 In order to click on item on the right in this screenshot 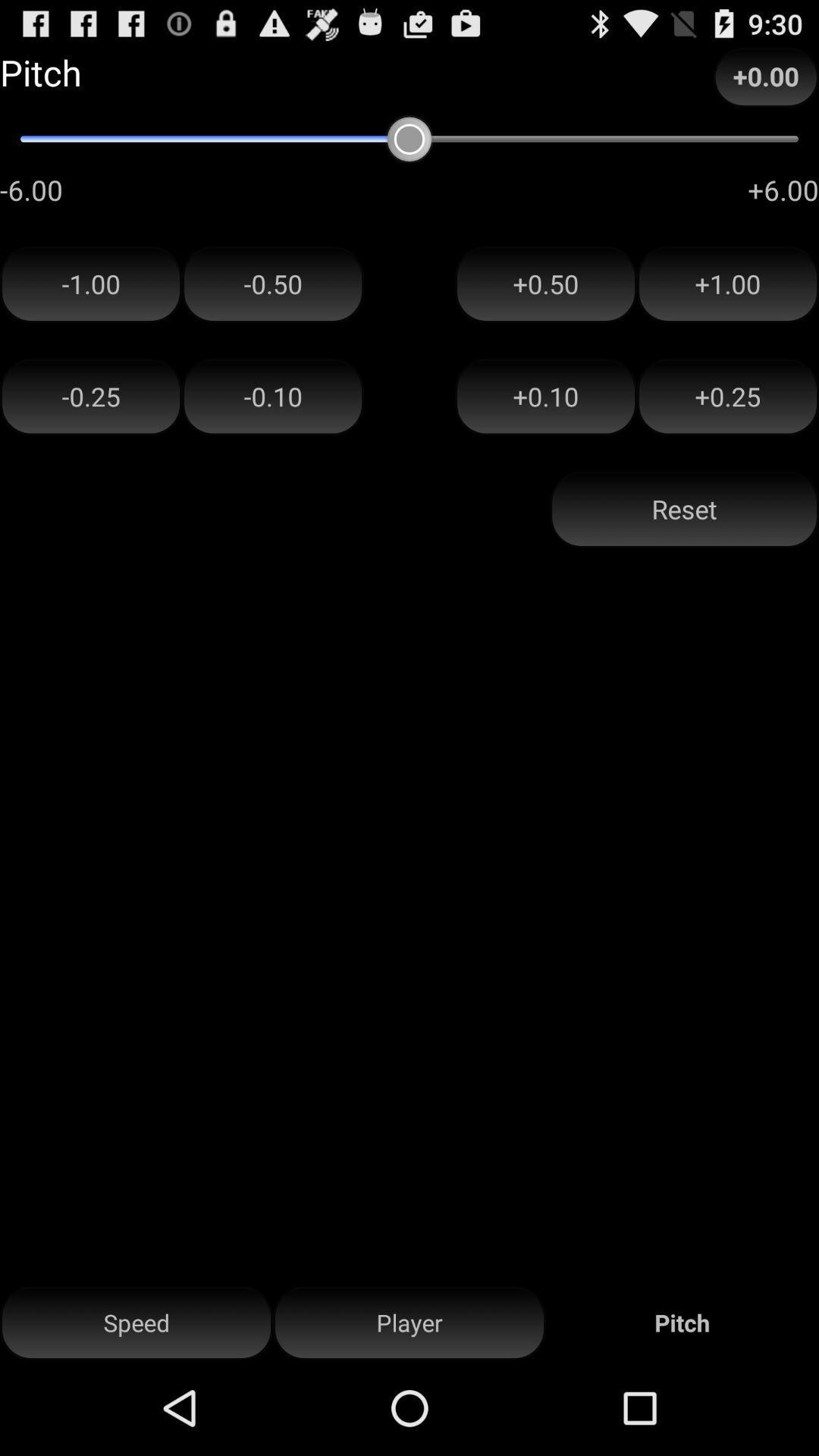, I will do `click(684, 510)`.